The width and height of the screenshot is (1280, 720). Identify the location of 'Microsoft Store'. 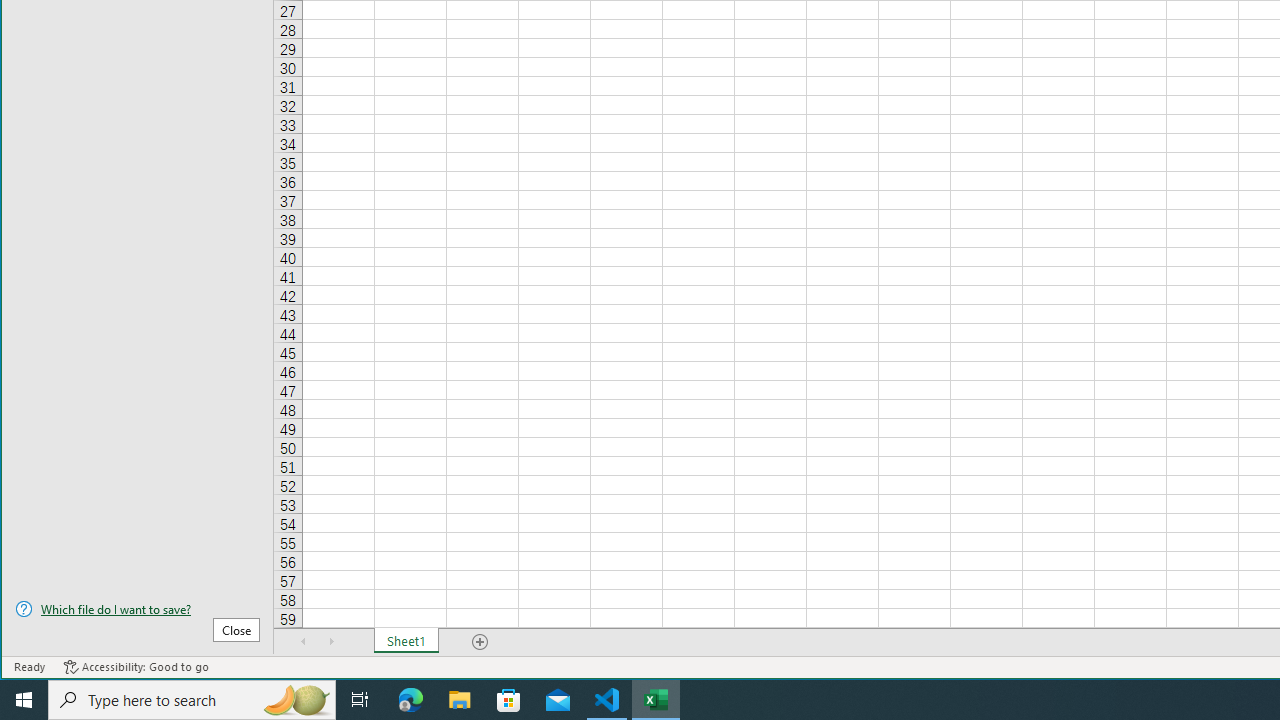
(509, 698).